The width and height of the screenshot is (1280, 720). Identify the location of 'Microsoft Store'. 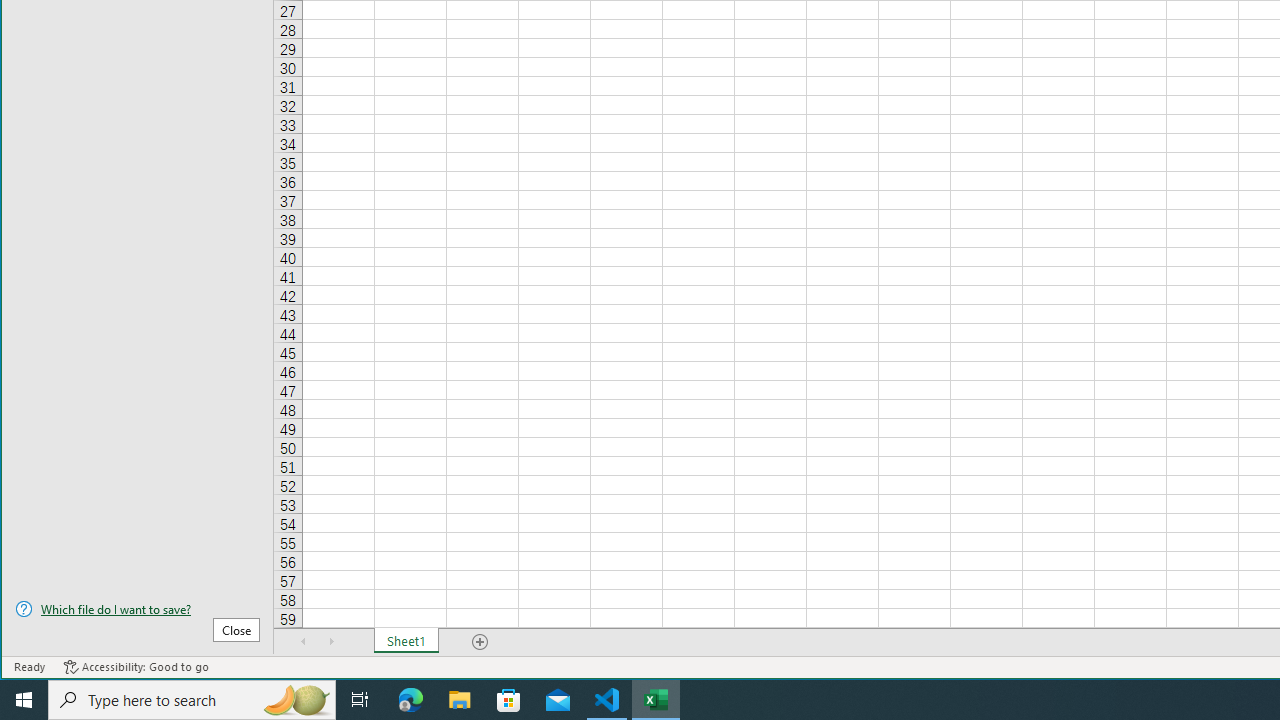
(509, 698).